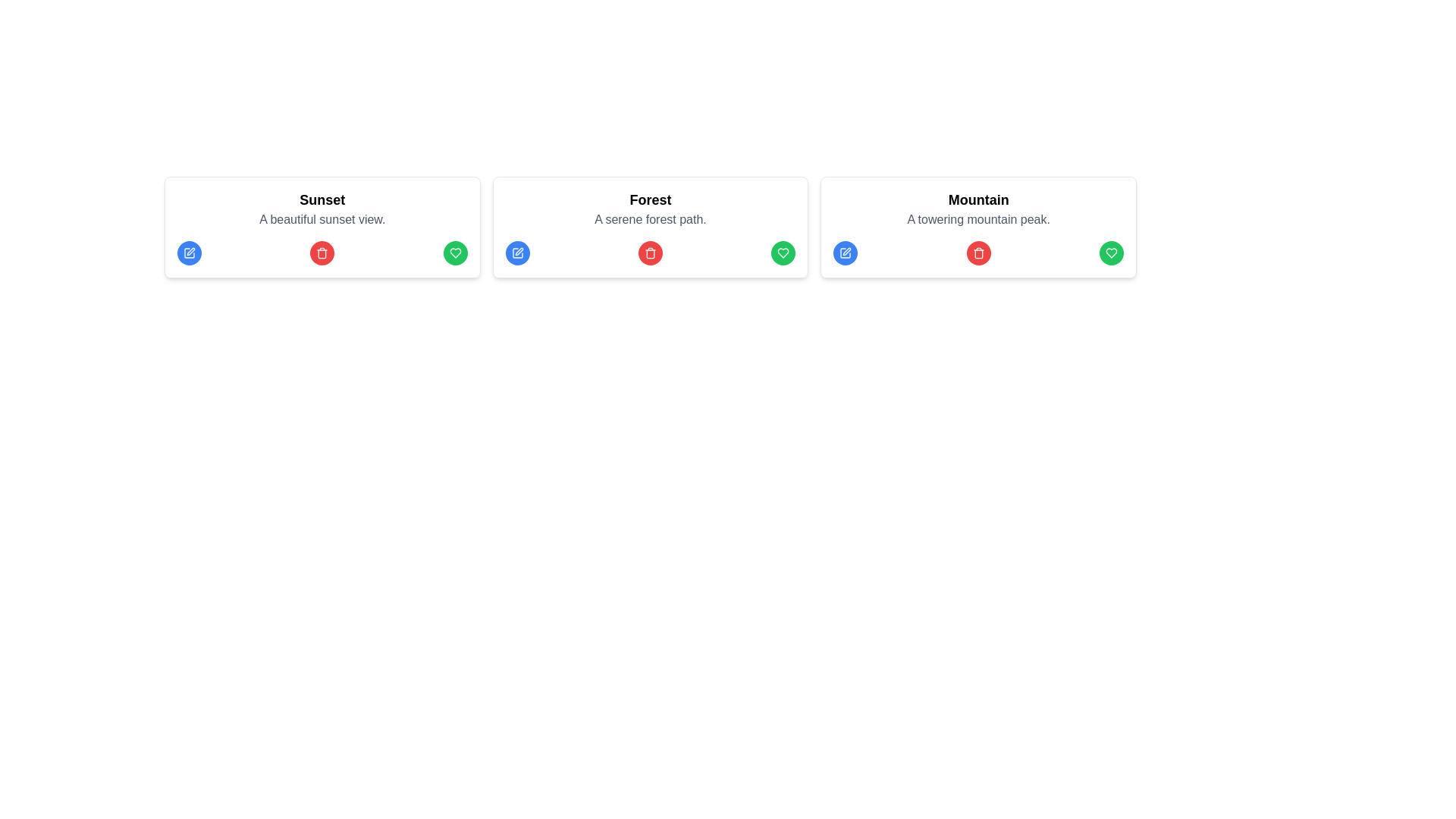 Image resolution: width=1456 pixels, height=819 pixels. I want to click on the circular red button with a trash icon inside, which is the second button from the left in the row of three buttons, so click(322, 253).